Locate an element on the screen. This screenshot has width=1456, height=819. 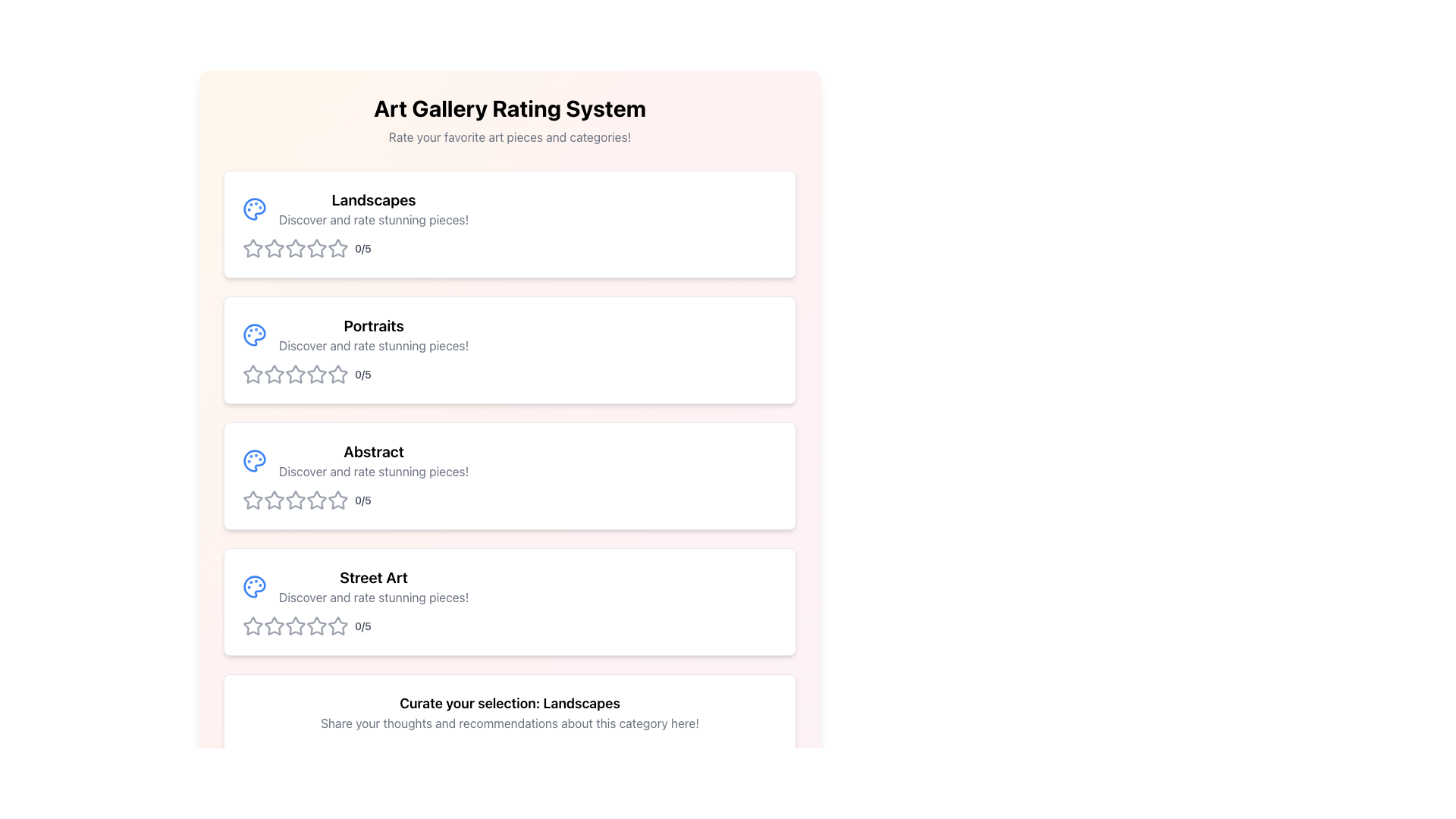
the circular painter's palette icon, which is blue and located to the left of the 'Landscapes' text, if it is interactive is located at coordinates (255, 209).